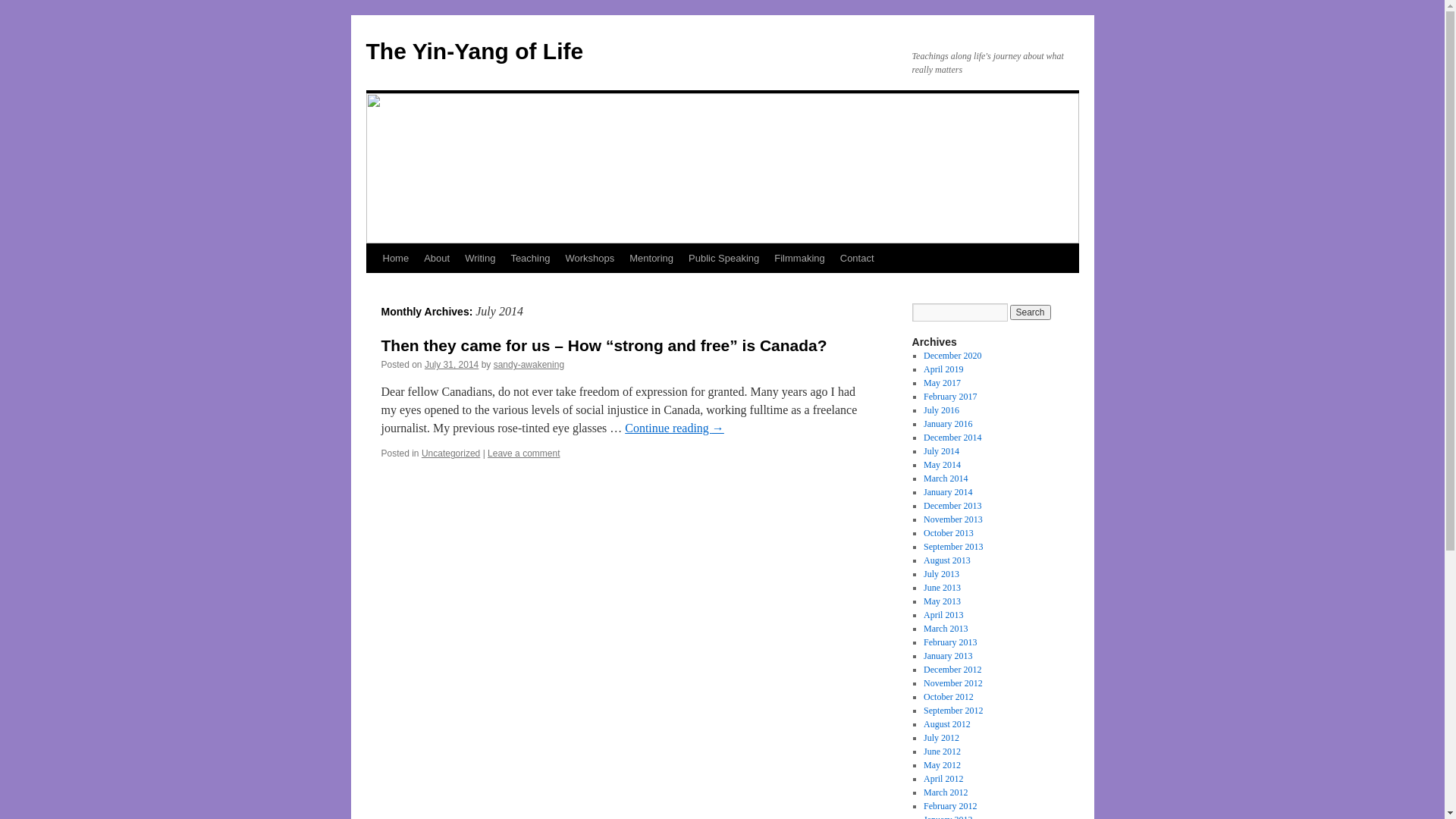 This screenshot has width=1456, height=819. Describe the element at coordinates (923, 669) in the screenshot. I see `'December 2012'` at that location.